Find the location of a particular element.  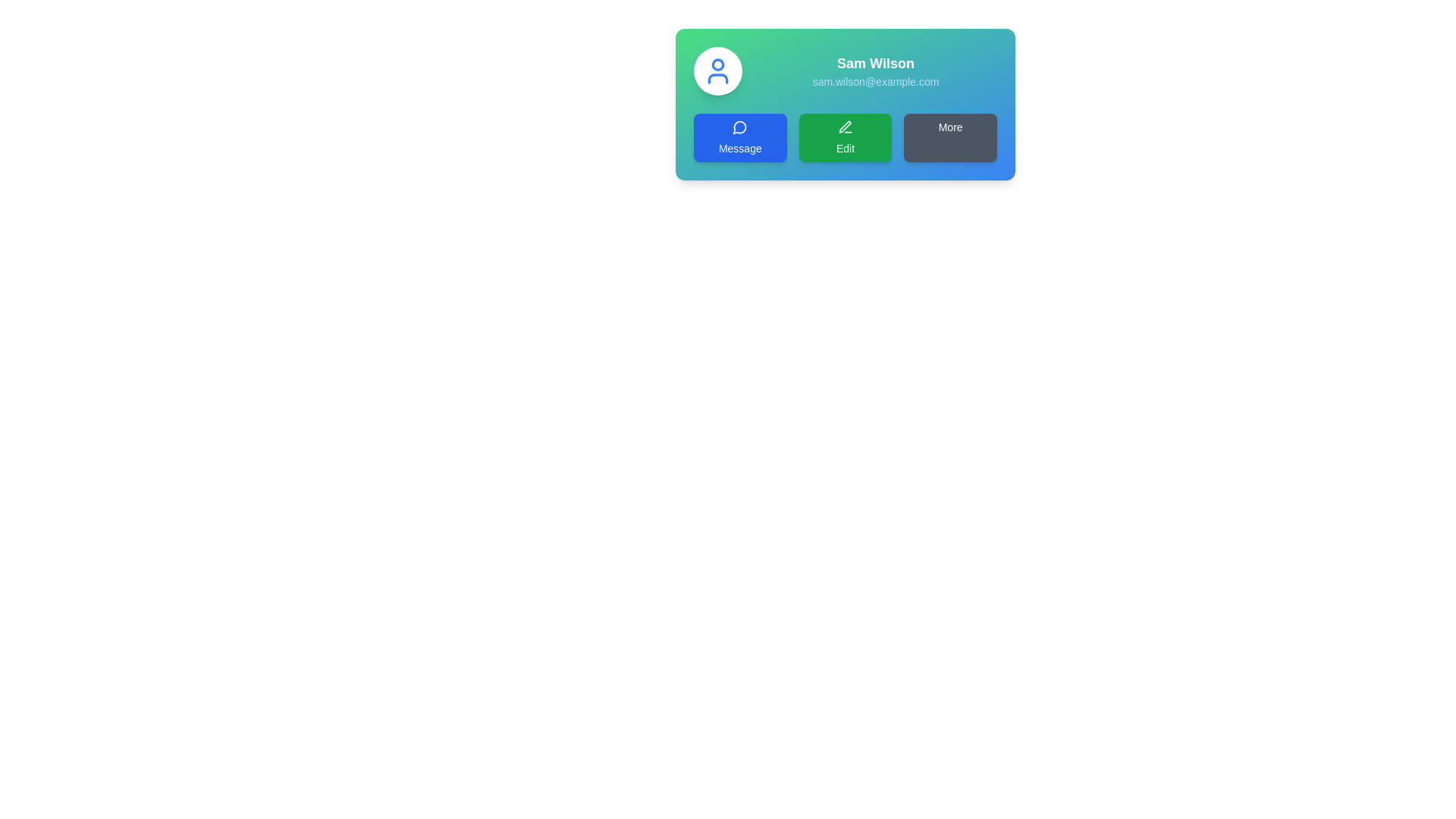

the 'Edit' icon located at the center of the 'Edit' button in the horizontal row of buttons below the user information section to initiate the edit action is located at coordinates (844, 127).